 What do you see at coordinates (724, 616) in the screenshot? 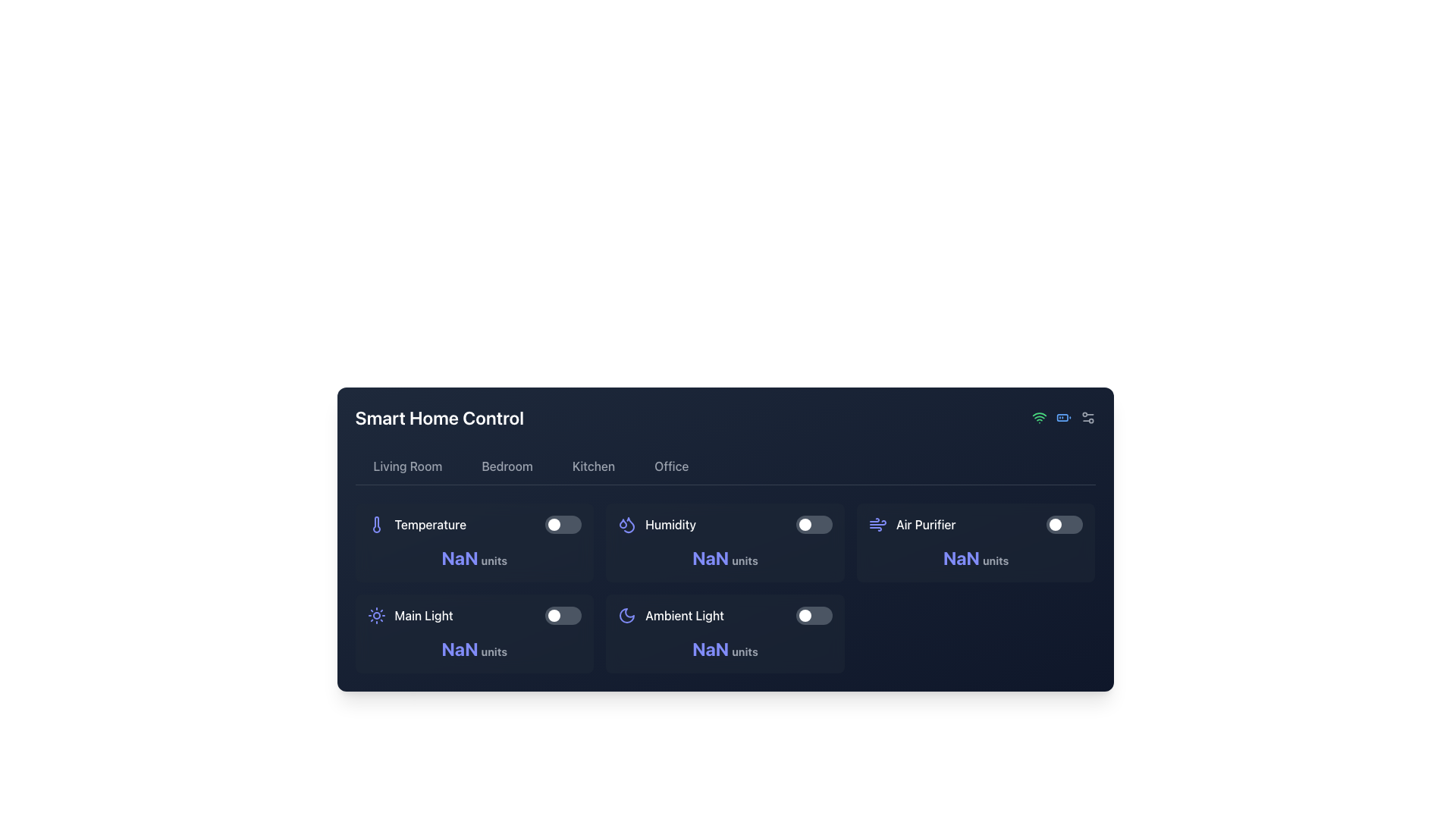
I see `the 'Ambient Light' toggle switch to potentially reveal more information about its functionality` at bounding box center [724, 616].